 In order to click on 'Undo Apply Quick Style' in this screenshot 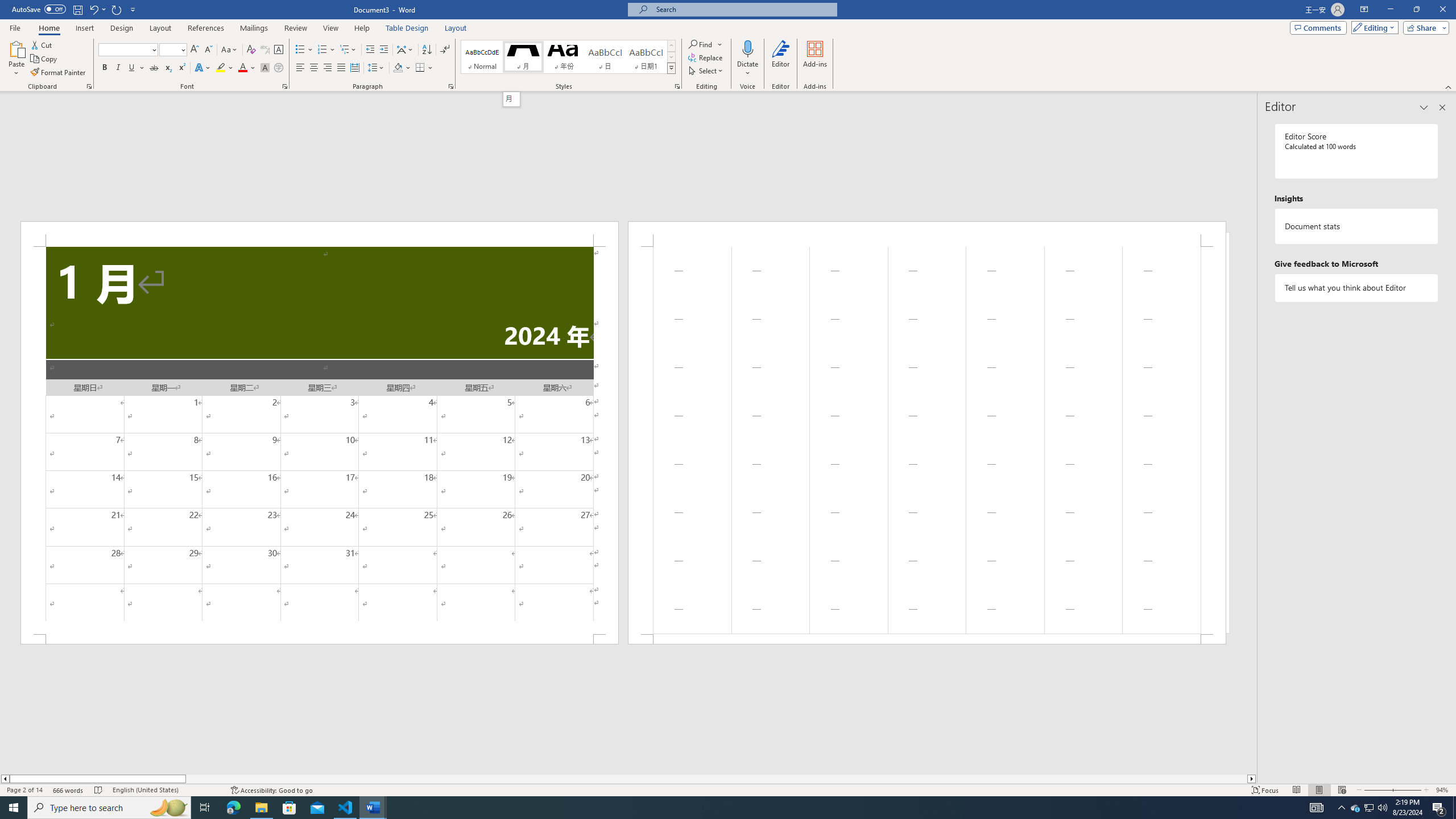, I will do `click(93, 9)`.